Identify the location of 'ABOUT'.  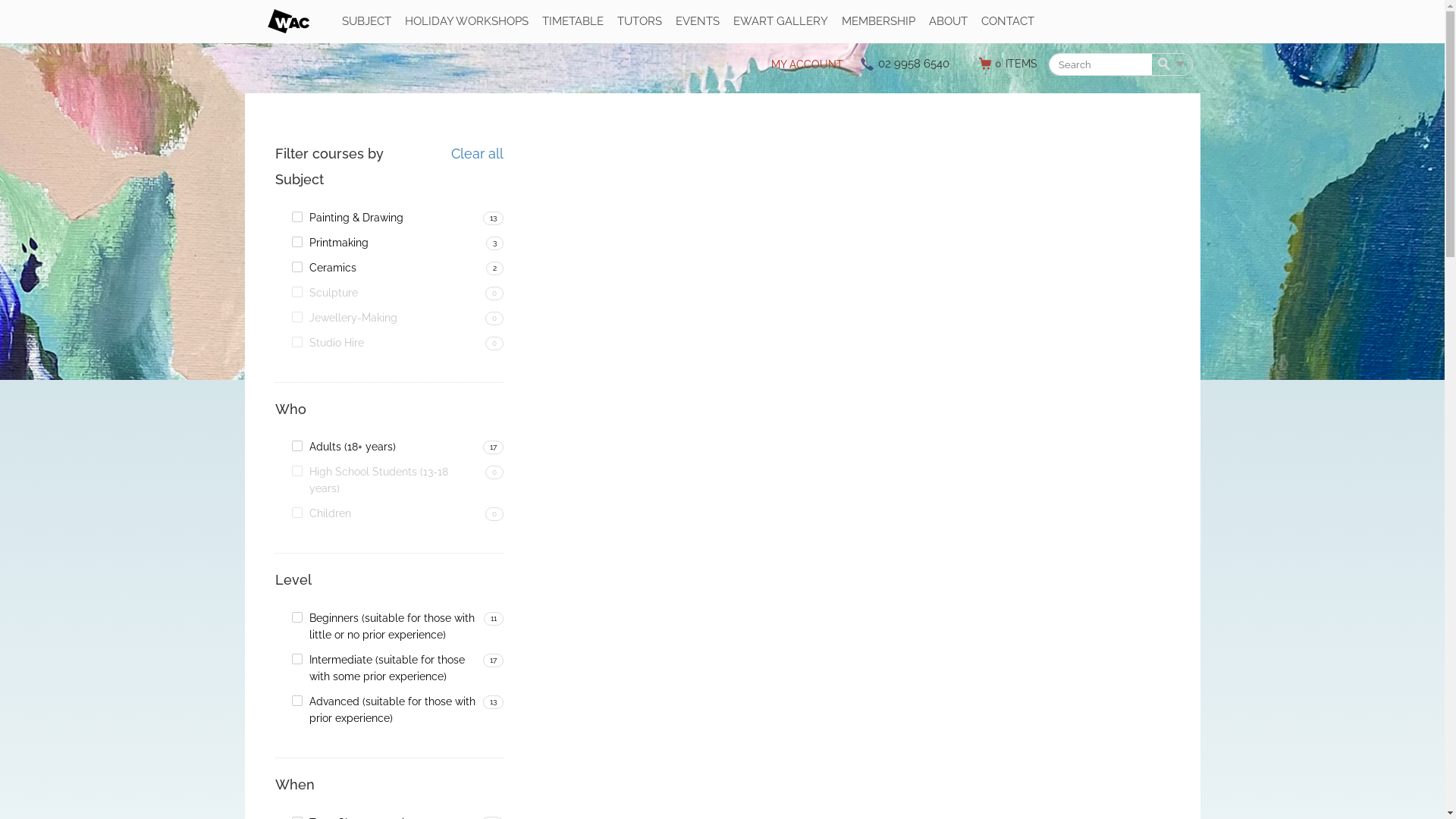
(946, 20).